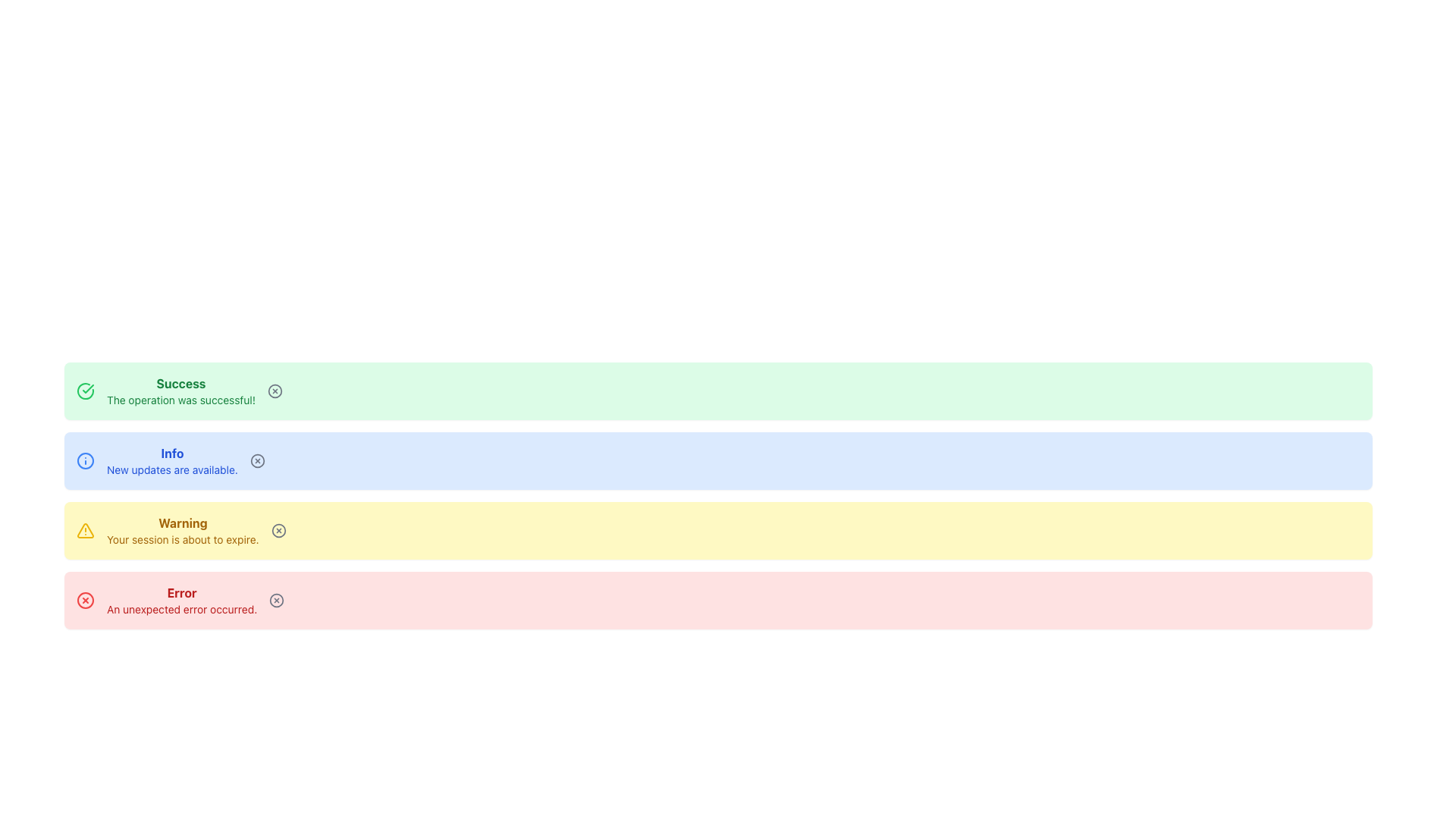 The width and height of the screenshot is (1456, 819). What do you see at coordinates (182, 529) in the screenshot?
I see `notification text block warning about impending session expiration, located in the third row of the notification list, centered between 'Info' and 'Error' notifications` at bounding box center [182, 529].